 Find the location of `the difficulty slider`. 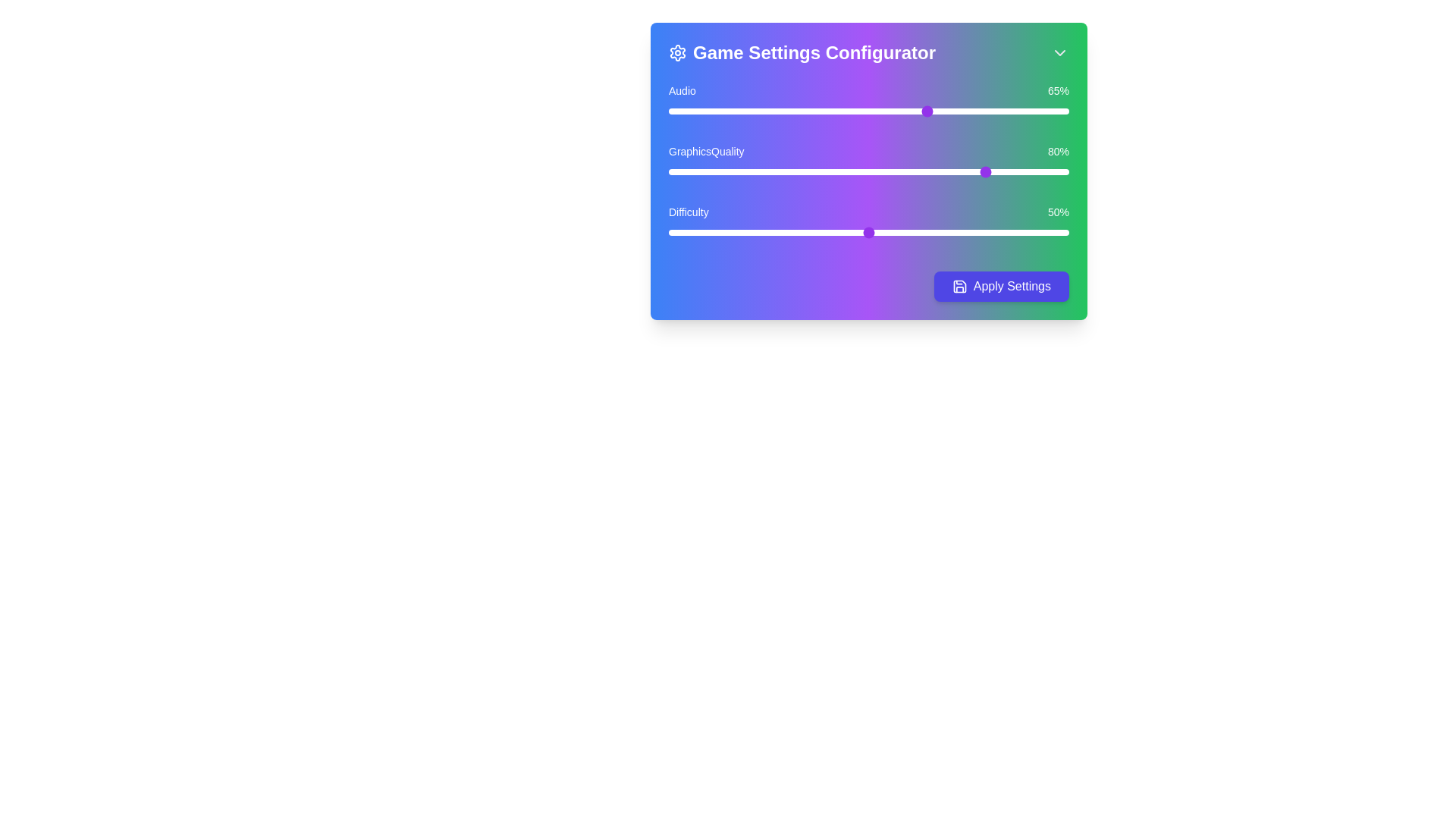

the difficulty slider is located at coordinates (745, 233).